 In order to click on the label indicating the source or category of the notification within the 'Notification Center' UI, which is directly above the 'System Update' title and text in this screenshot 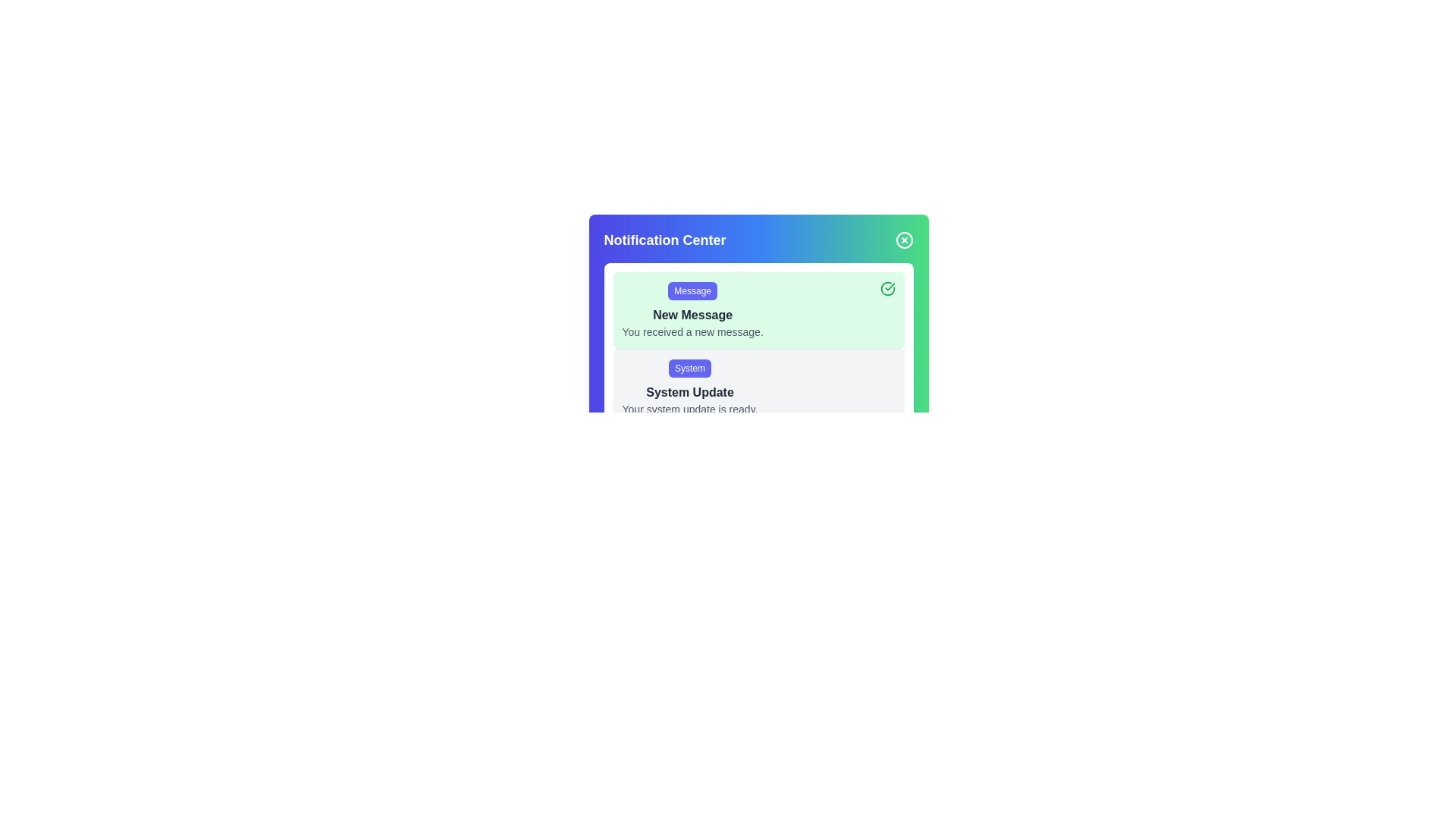, I will do `click(689, 369)`.